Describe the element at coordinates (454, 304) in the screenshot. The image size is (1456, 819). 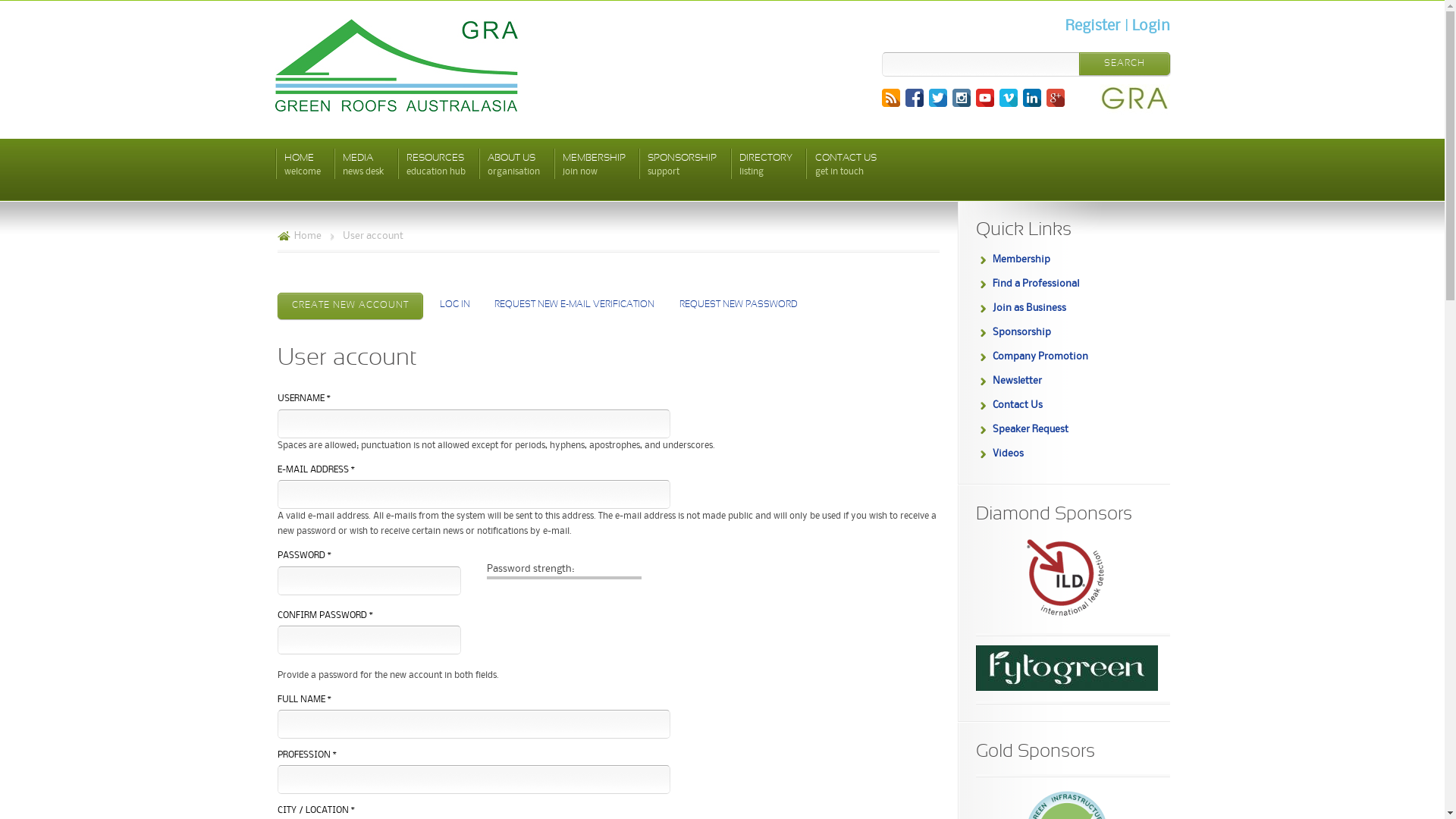
I see `'LOG IN'` at that location.